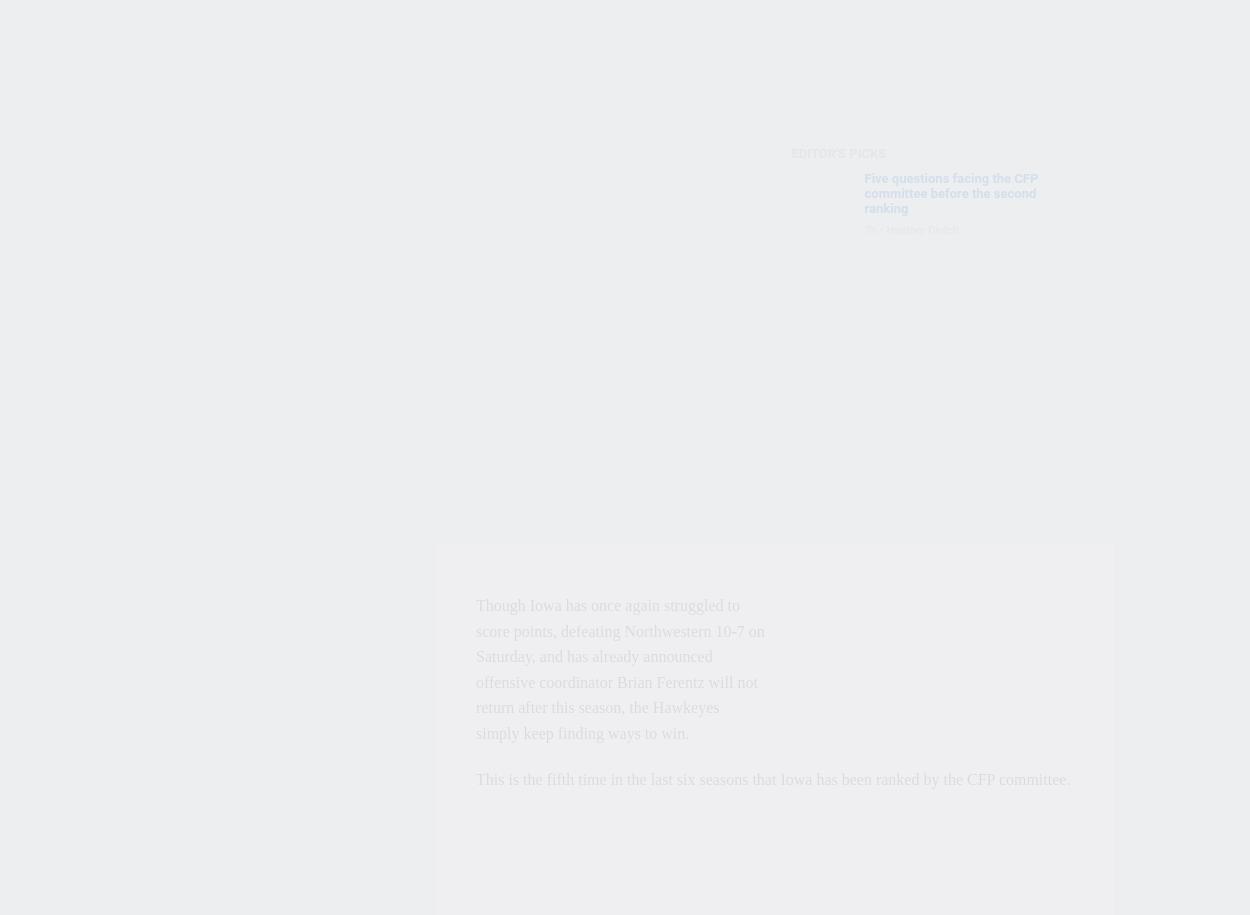  Describe the element at coordinates (475, 321) in the screenshot. I see `'"Not to be repetitive, (but) our mission, as a committee, is to judge the teams that are eligible for the postseason," Corrigan said. "This is not a CFP committee issue."'` at that location.